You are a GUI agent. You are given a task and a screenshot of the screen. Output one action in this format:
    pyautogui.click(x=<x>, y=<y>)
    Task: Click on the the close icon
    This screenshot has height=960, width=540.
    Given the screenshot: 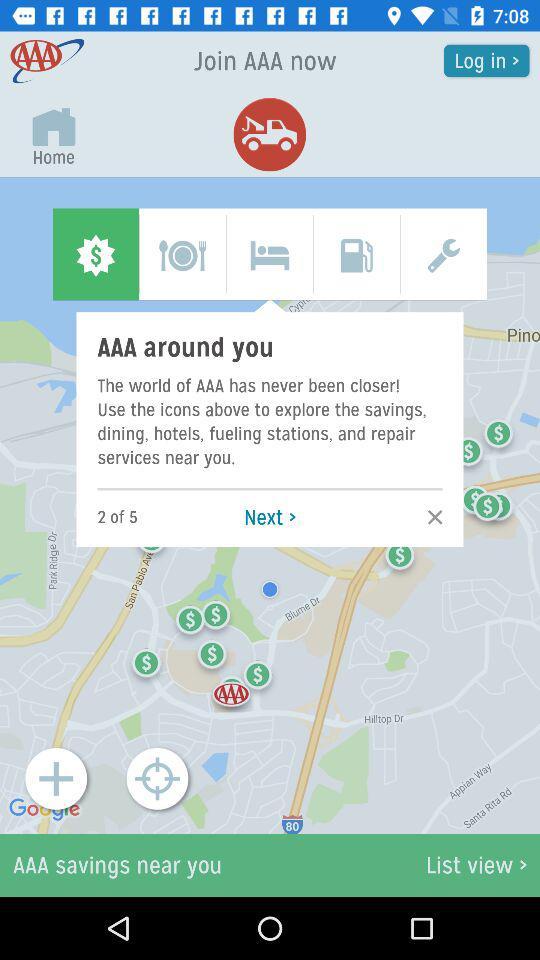 What is the action you would take?
    pyautogui.click(x=428, y=516)
    